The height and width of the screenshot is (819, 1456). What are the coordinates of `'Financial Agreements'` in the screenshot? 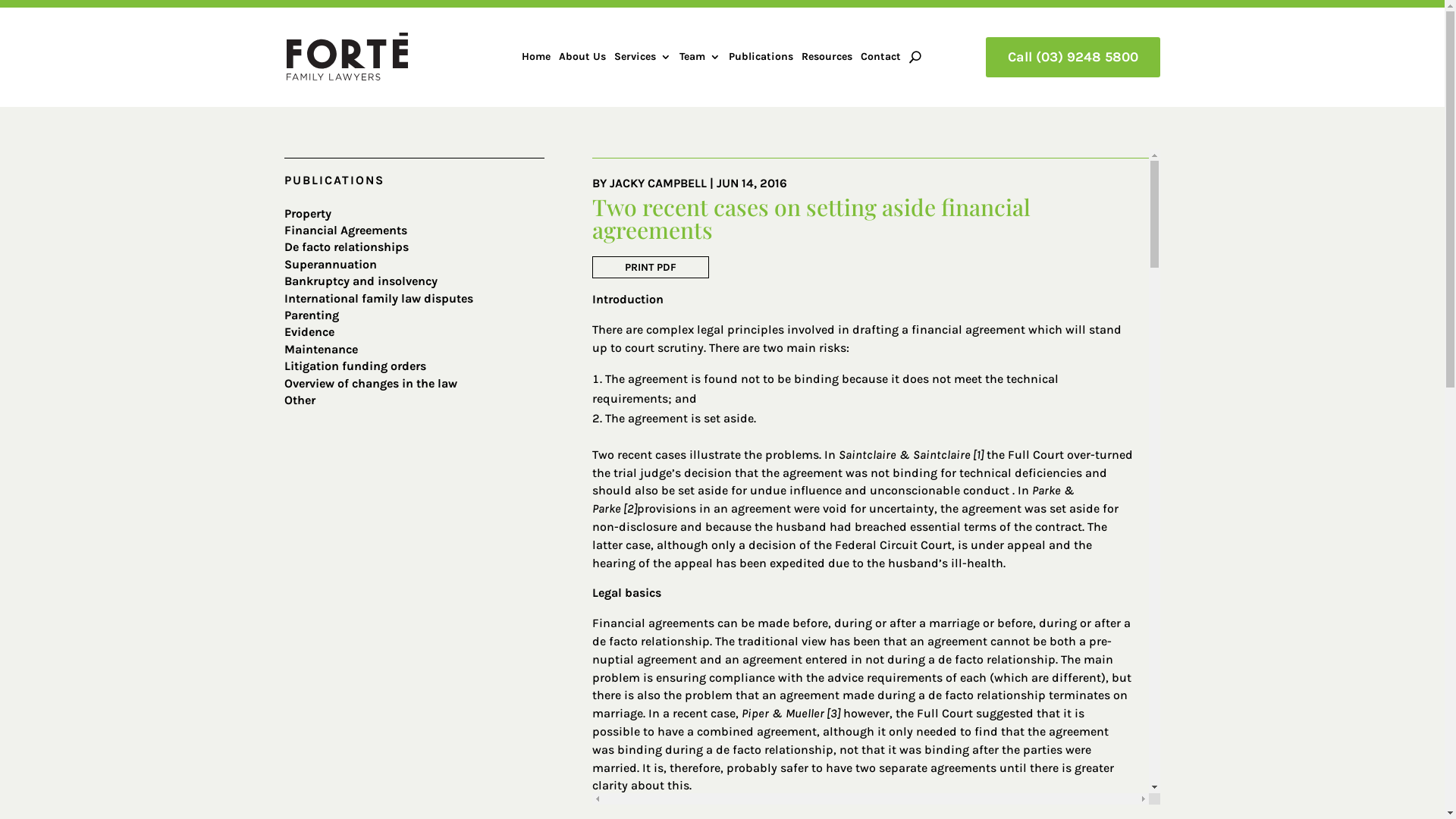 It's located at (345, 230).